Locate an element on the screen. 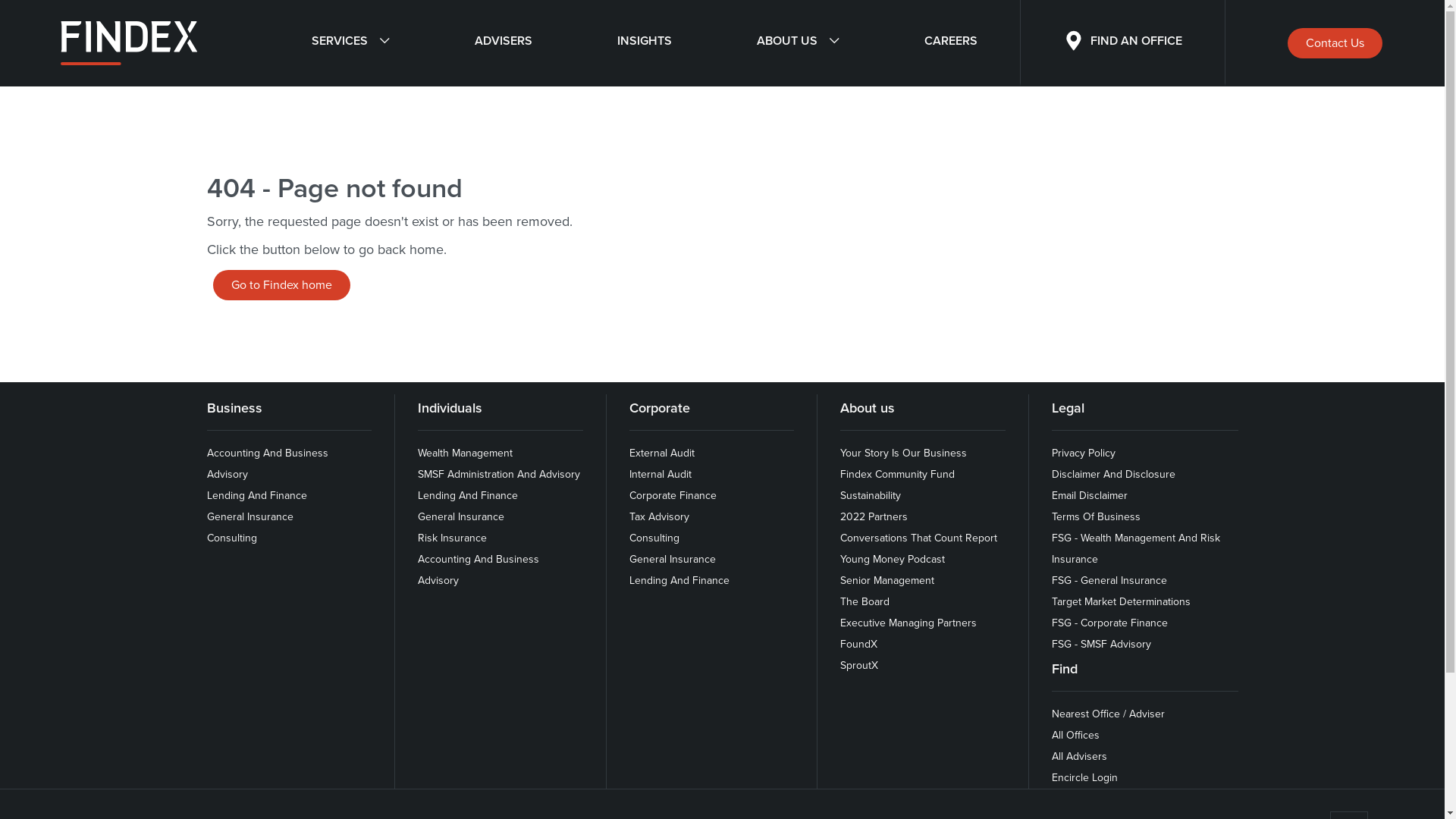  'SproutX' is located at coordinates (858, 664).